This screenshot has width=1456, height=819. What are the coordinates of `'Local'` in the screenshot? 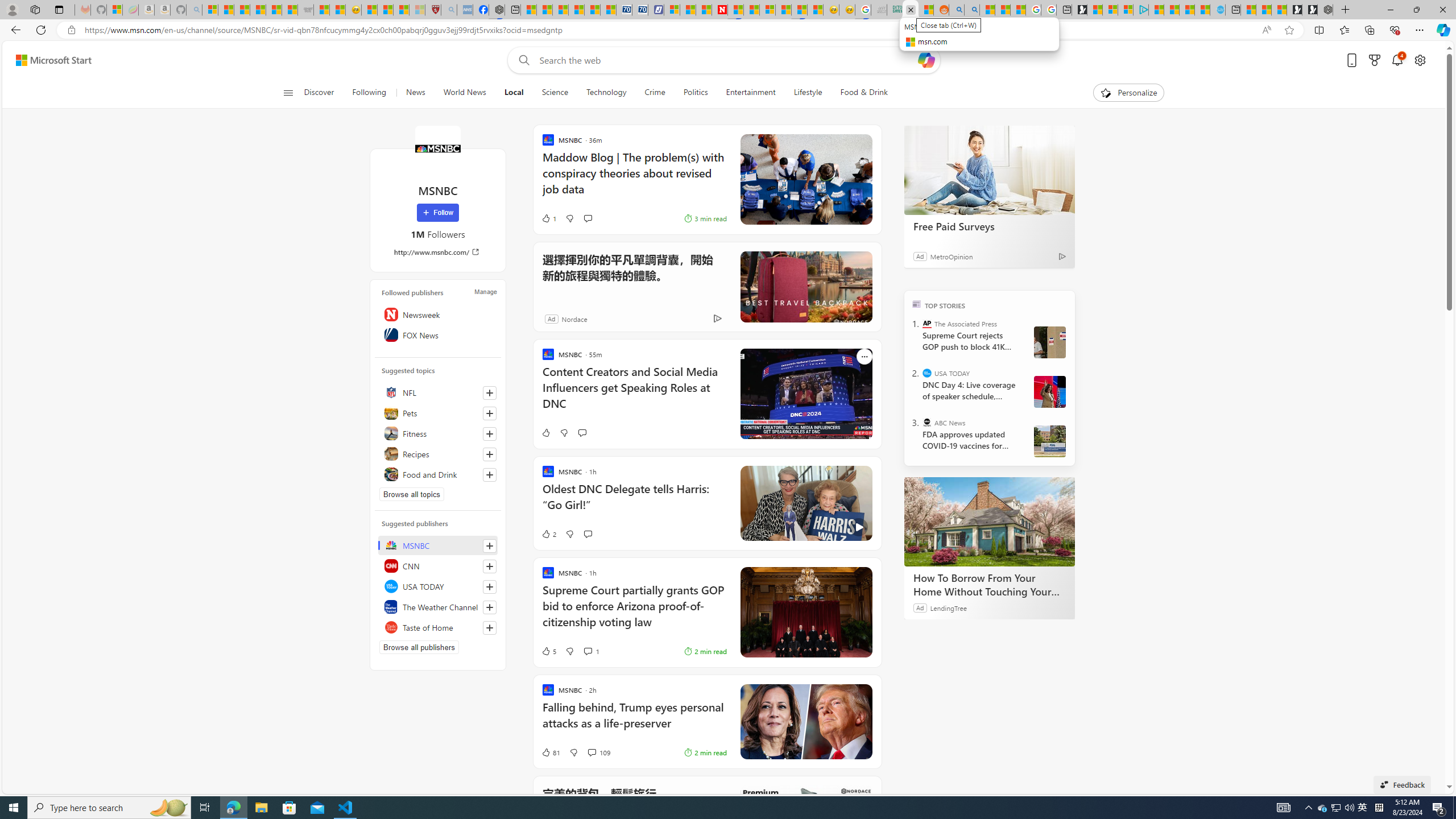 It's located at (513, 92).